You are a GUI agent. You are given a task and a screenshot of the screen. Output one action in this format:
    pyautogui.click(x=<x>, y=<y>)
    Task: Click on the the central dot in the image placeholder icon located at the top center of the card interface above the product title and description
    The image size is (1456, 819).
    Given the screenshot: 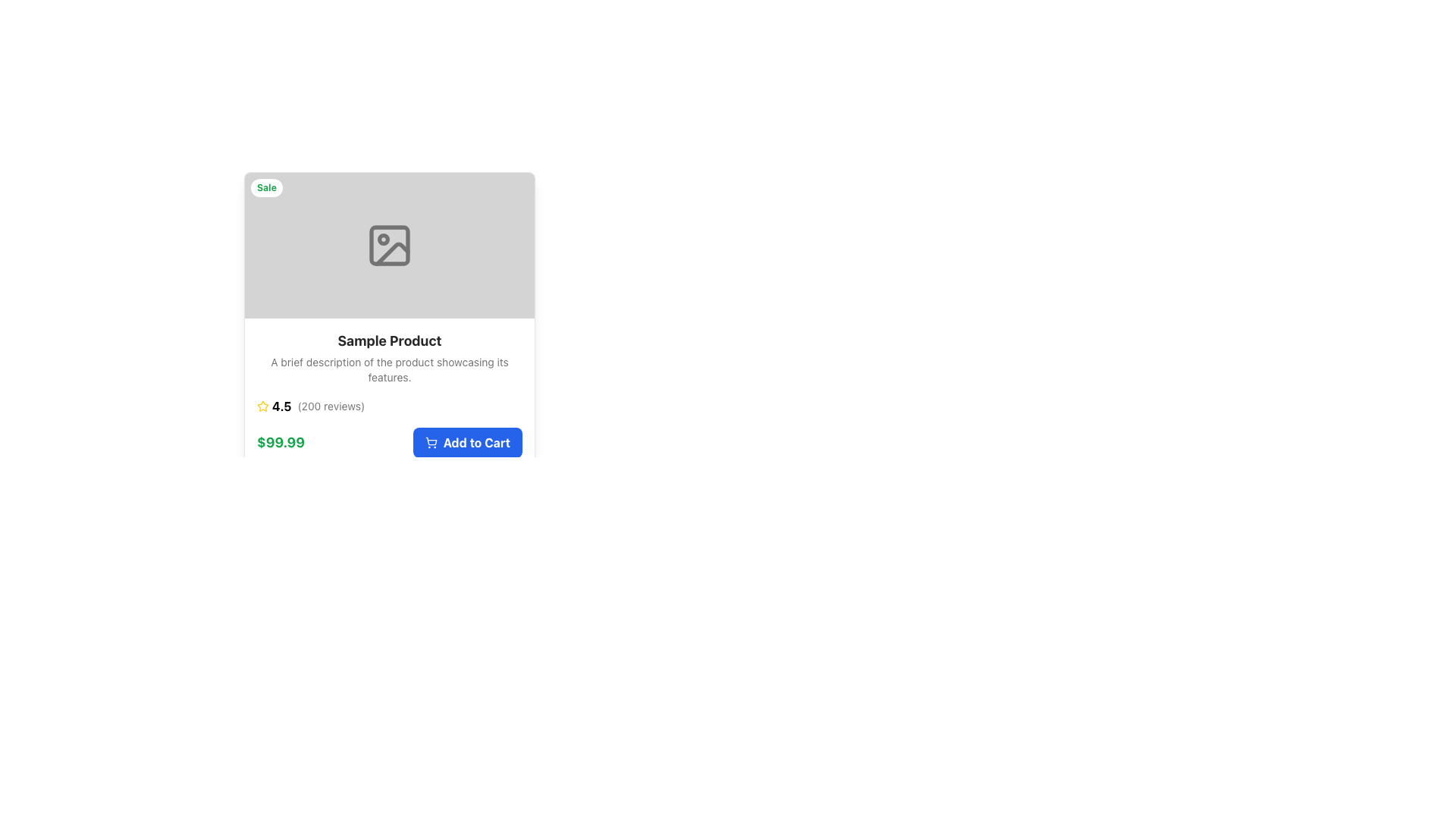 What is the action you would take?
    pyautogui.click(x=383, y=239)
    